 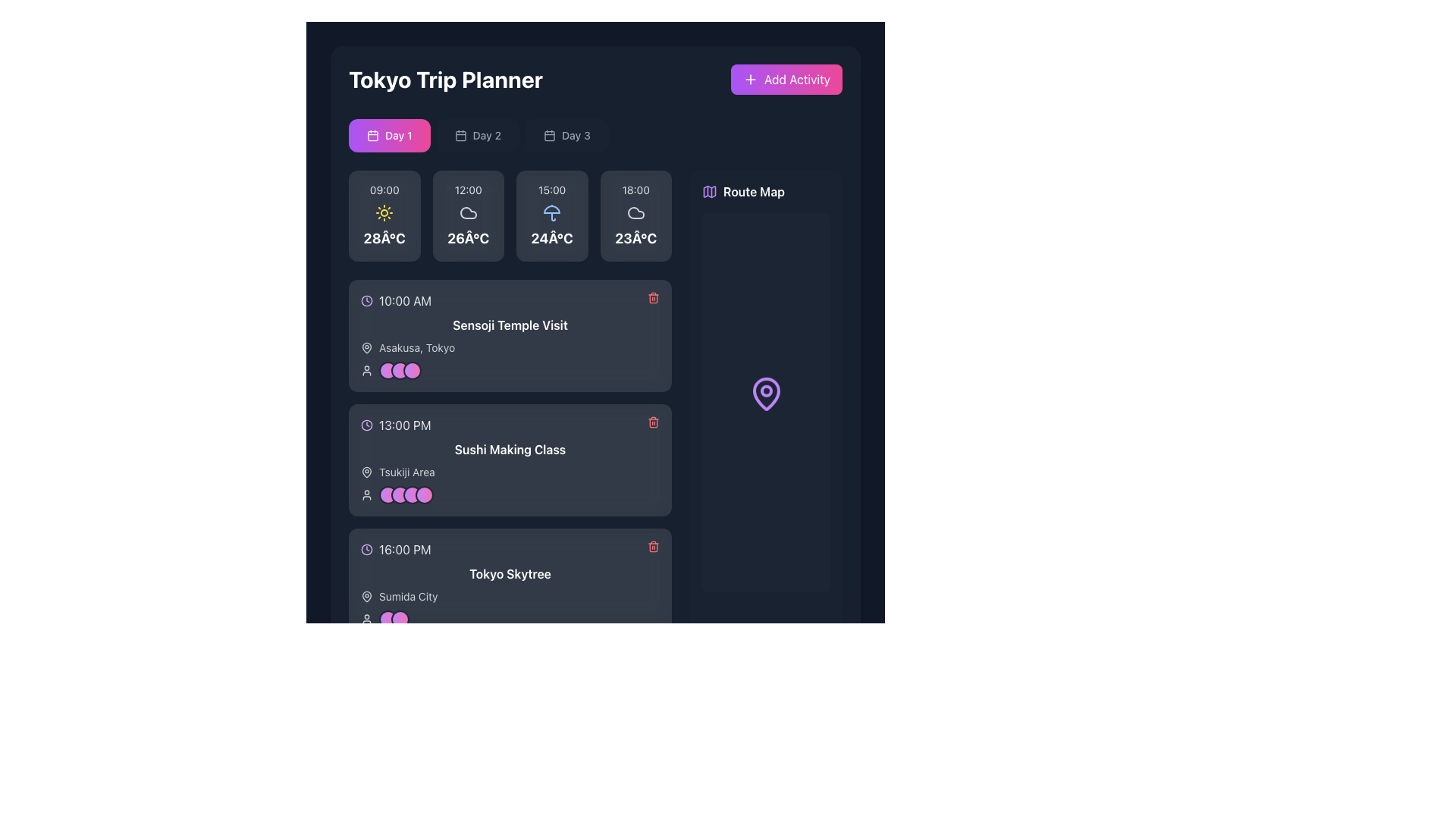 I want to click on time displayed in the text label indicating 13:00 PM, which is located in the second planned event entry next to a clock icon, so click(x=405, y=425).